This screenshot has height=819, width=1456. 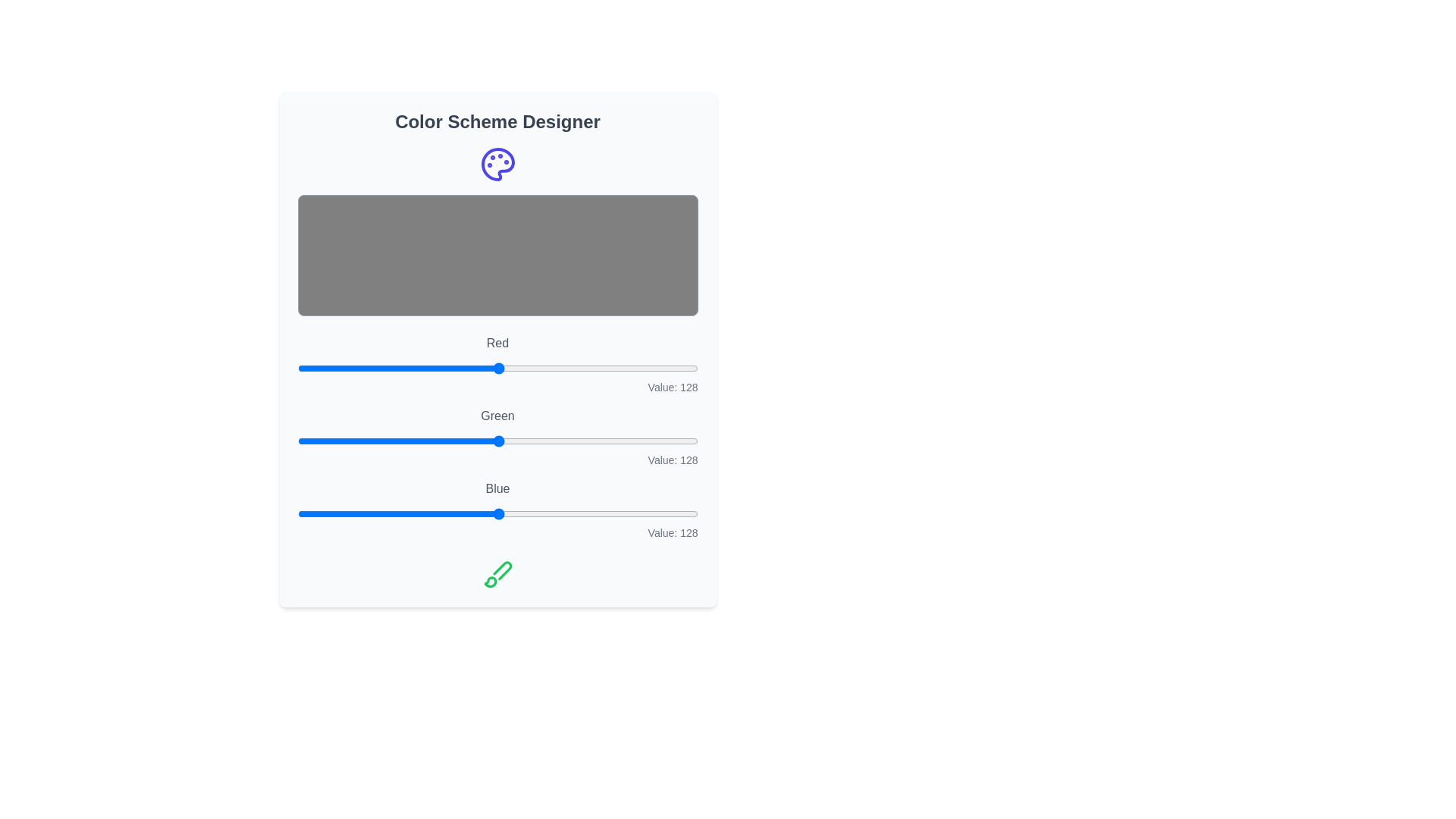 What do you see at coordinates (409, 513) in the screenshot?
I see `the slider value` at bounding box center [409, 513].